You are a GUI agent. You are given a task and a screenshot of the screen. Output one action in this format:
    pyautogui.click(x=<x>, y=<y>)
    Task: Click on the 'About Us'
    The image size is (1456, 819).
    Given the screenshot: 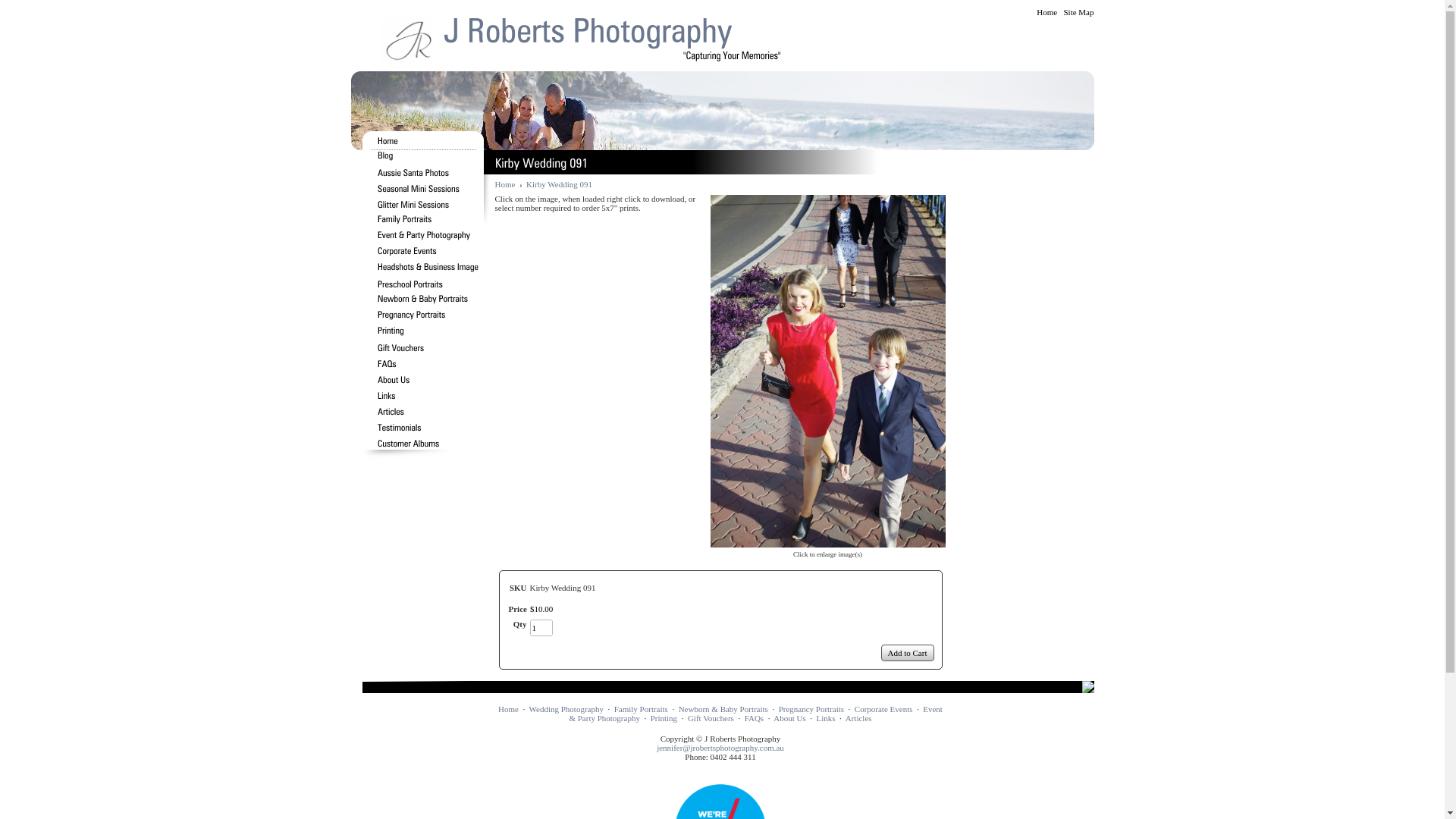 What is the action you would take?
    pyautogui.click(x=789, y=717)
    